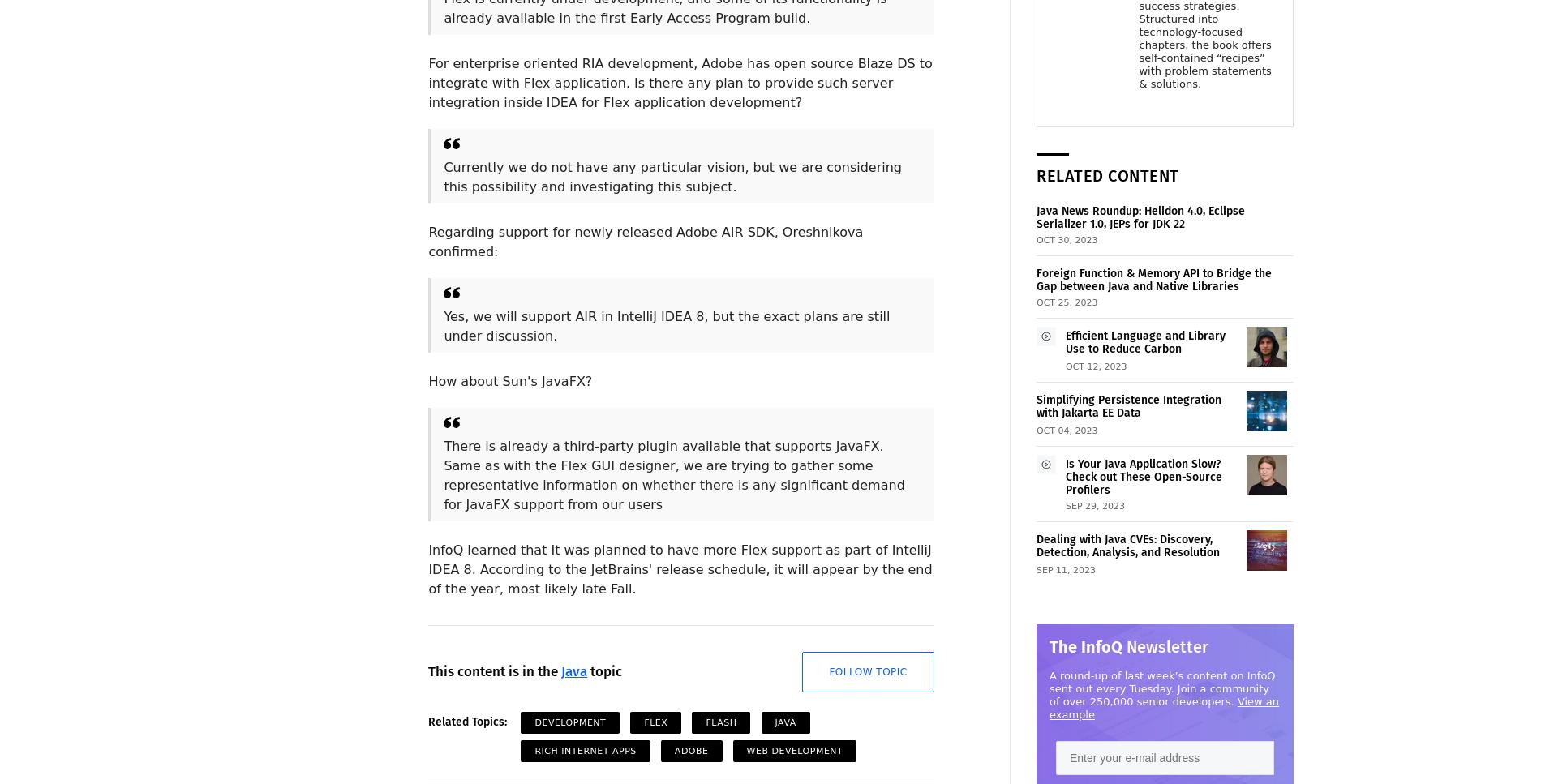 The width and height of the screenshot is (1541, 784). What do you see at coordinates (673, 688) in the screenshot?
I see `'Followers: 1'` at bounding box center [673, 688].